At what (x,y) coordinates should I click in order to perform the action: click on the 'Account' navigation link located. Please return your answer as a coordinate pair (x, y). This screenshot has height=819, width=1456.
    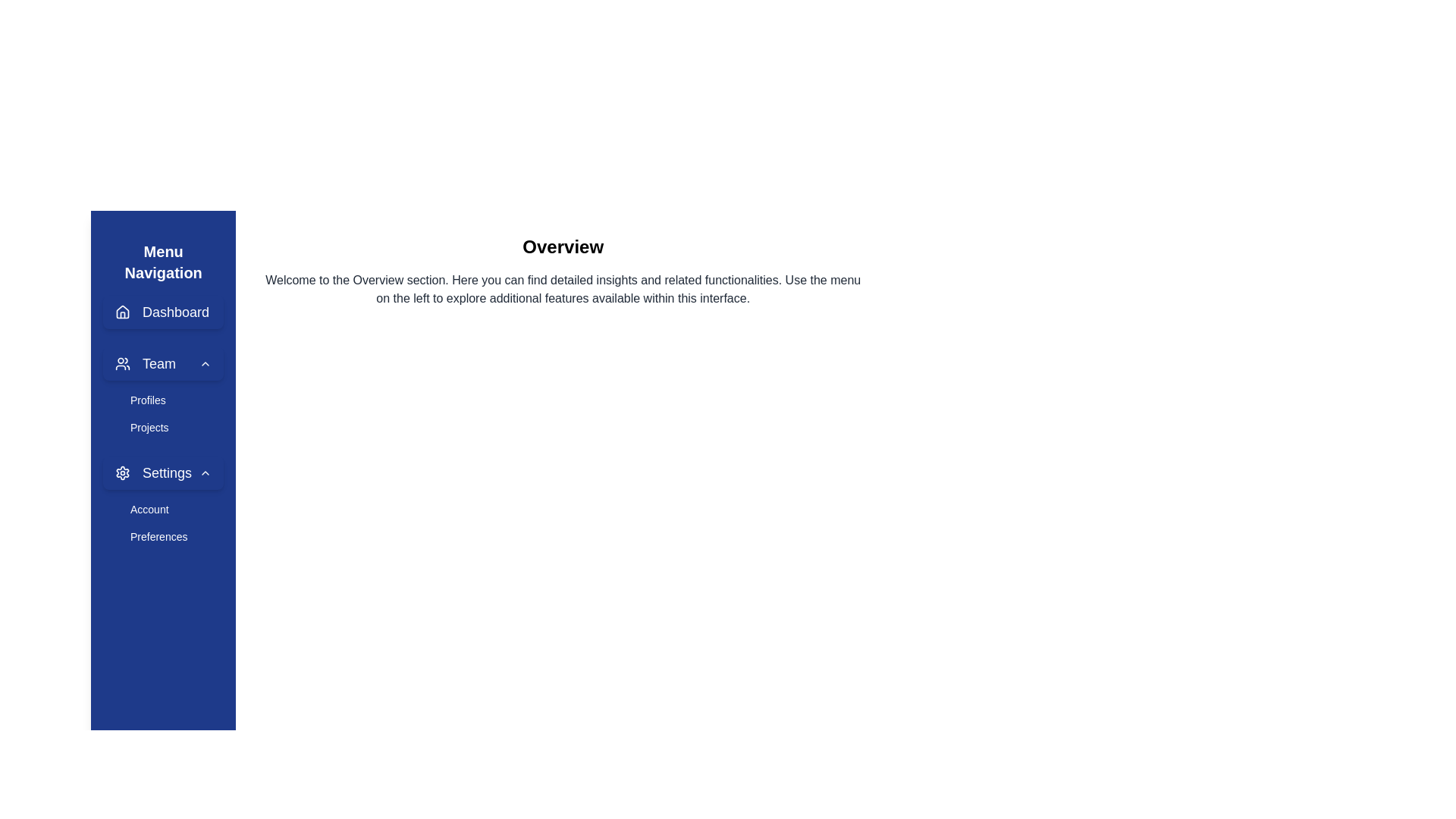
    Looking at the image, I should click on (172, 509).